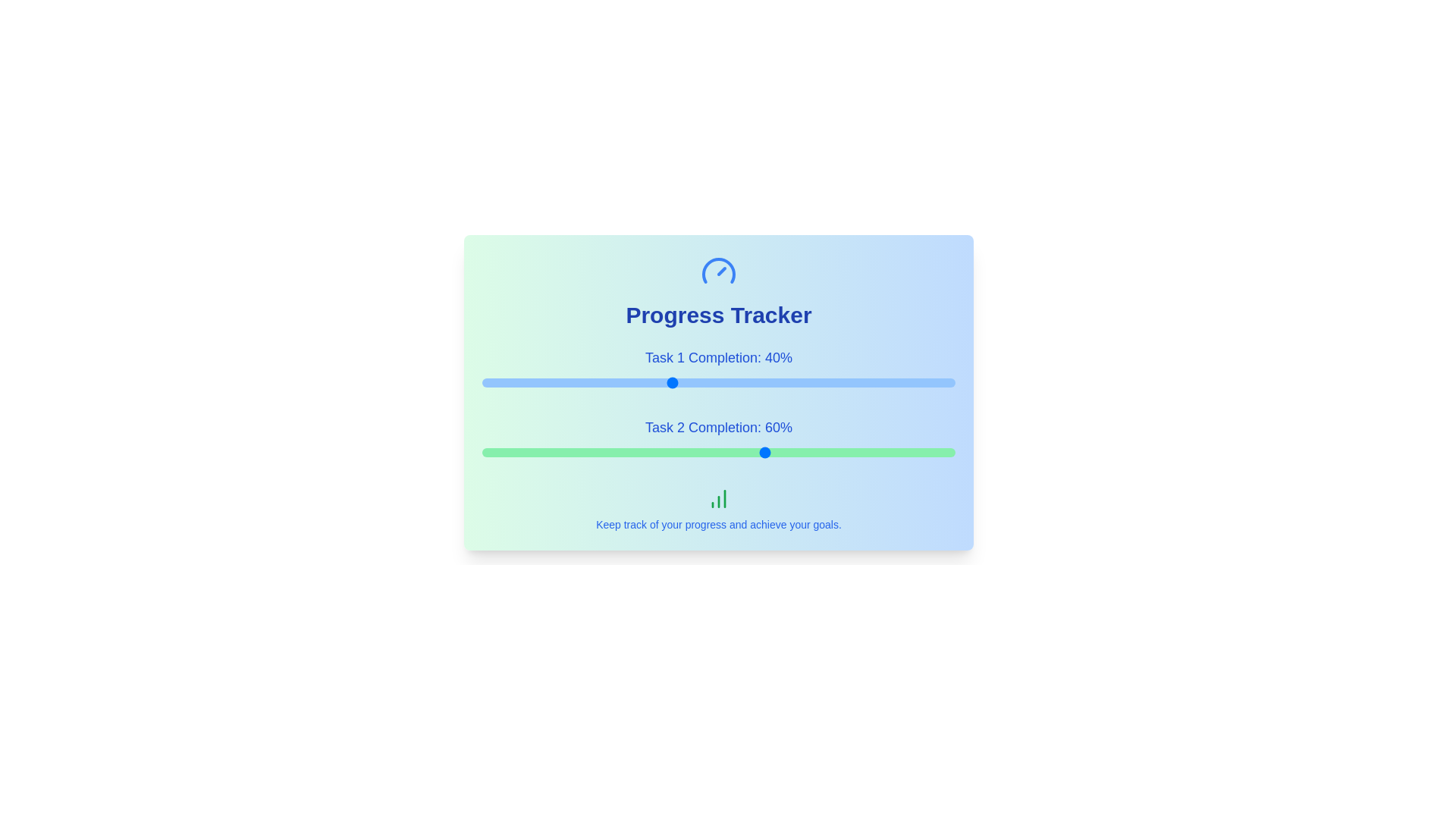 This screenshot has height=819, width=1456. What do you see at coordinates (916, 452) in the screenshot?
I see `the Task 2 completion slider` at bounding box center [916, 452].